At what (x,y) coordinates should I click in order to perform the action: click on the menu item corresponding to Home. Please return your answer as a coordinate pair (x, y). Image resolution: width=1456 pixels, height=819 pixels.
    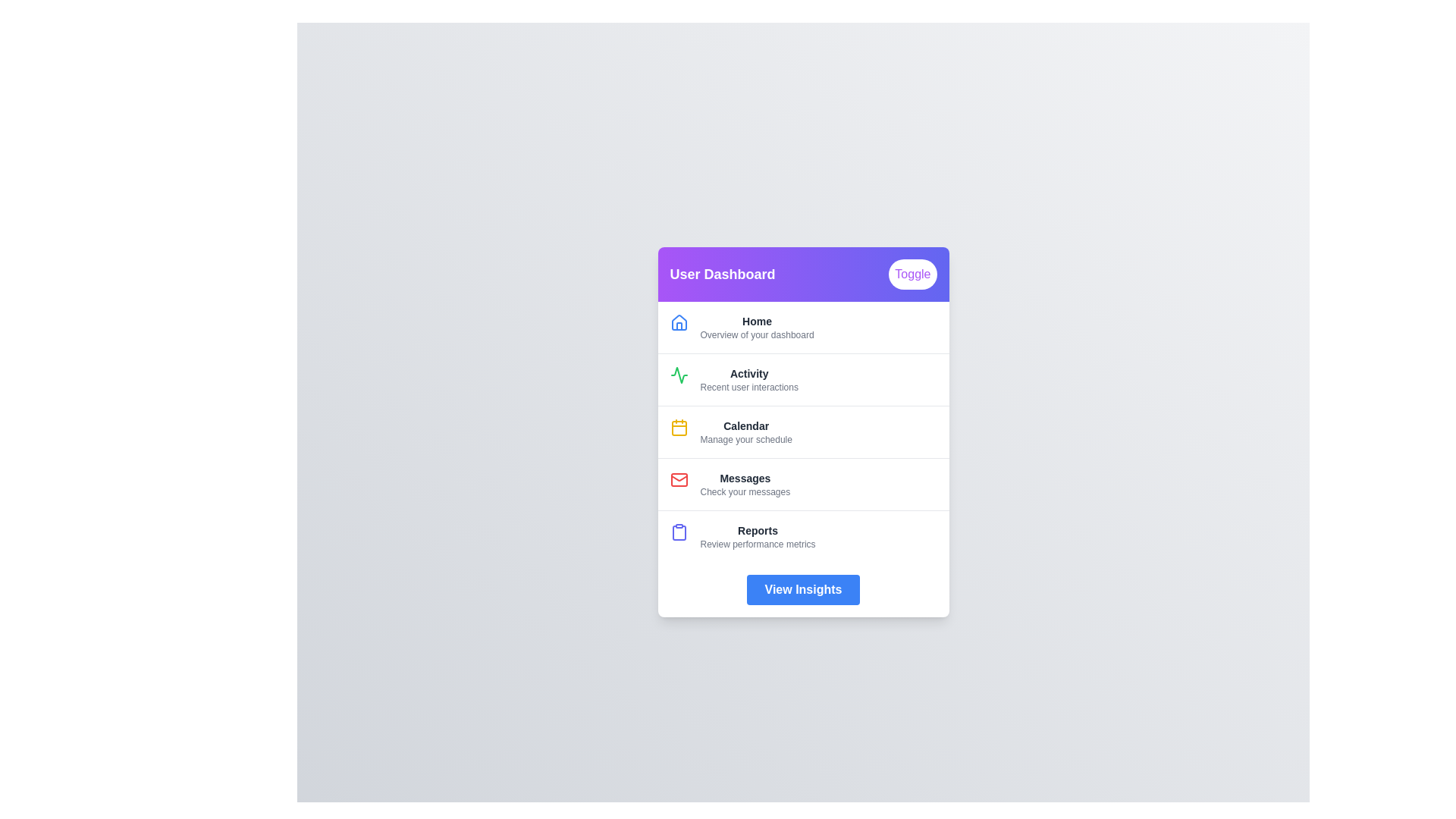
    Looking at the image, I should click on (802, 327).